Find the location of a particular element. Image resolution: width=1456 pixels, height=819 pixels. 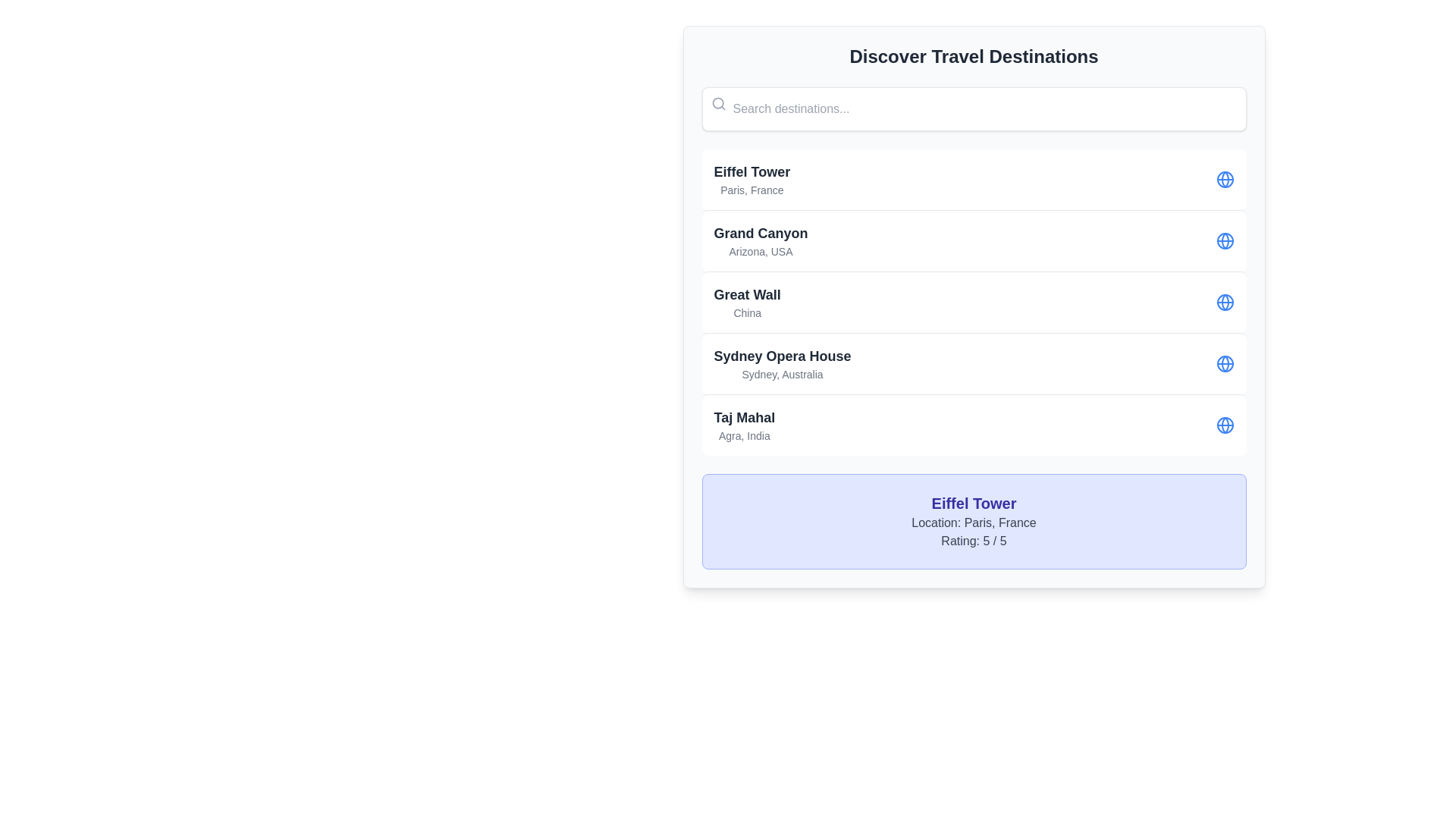

the globe icon with a blue outline located at the far right of the row labeled 'Sydney Opera House' and 'Sydney, Australia' is located at coordinates (1225, 363).